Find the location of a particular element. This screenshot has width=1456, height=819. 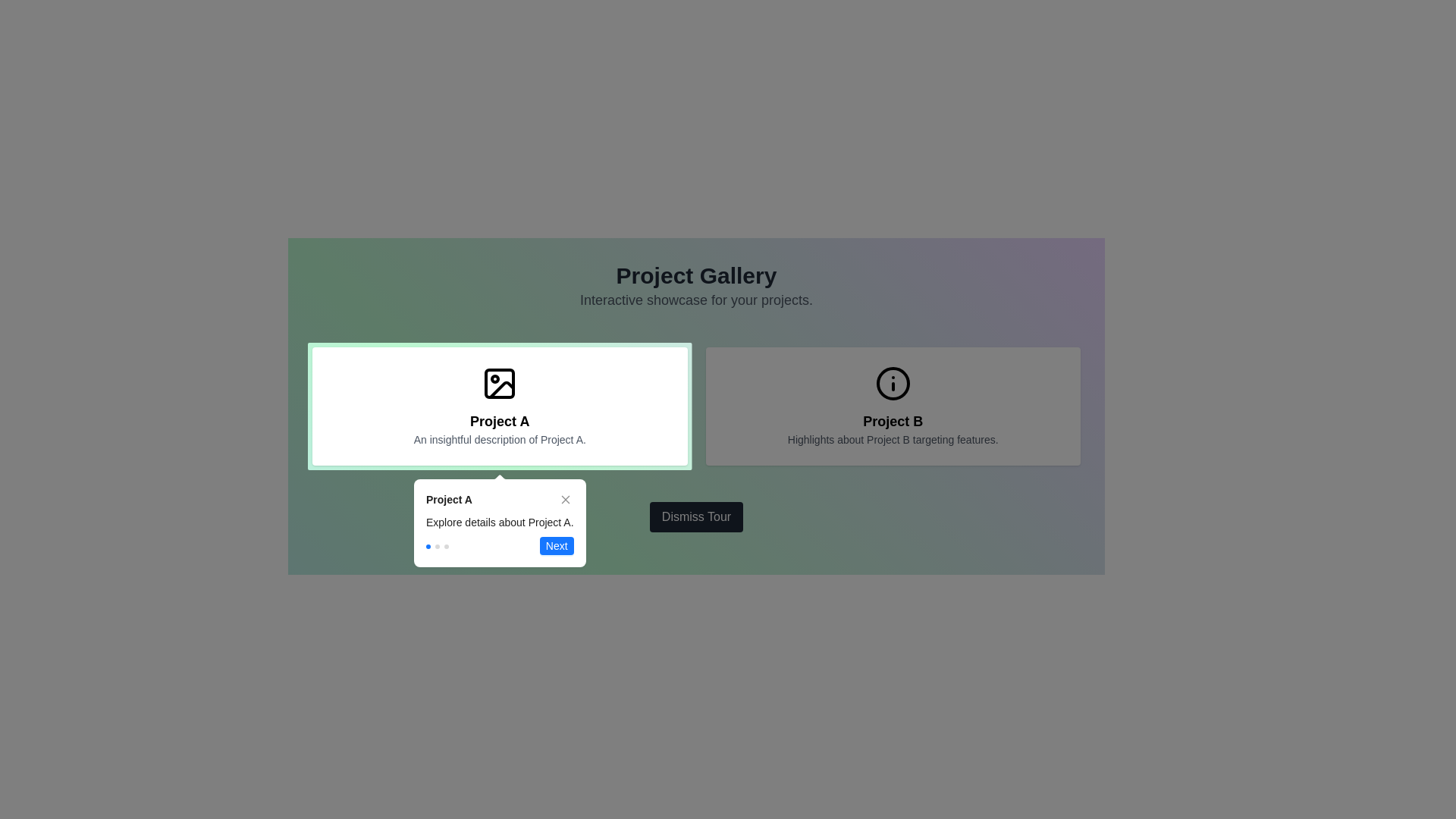

the text label that serves as the title for the associated card, which is centrally positioned below an icon and above a descriptive text in the rightmost card of the interface is located at coordinates (893, 421).